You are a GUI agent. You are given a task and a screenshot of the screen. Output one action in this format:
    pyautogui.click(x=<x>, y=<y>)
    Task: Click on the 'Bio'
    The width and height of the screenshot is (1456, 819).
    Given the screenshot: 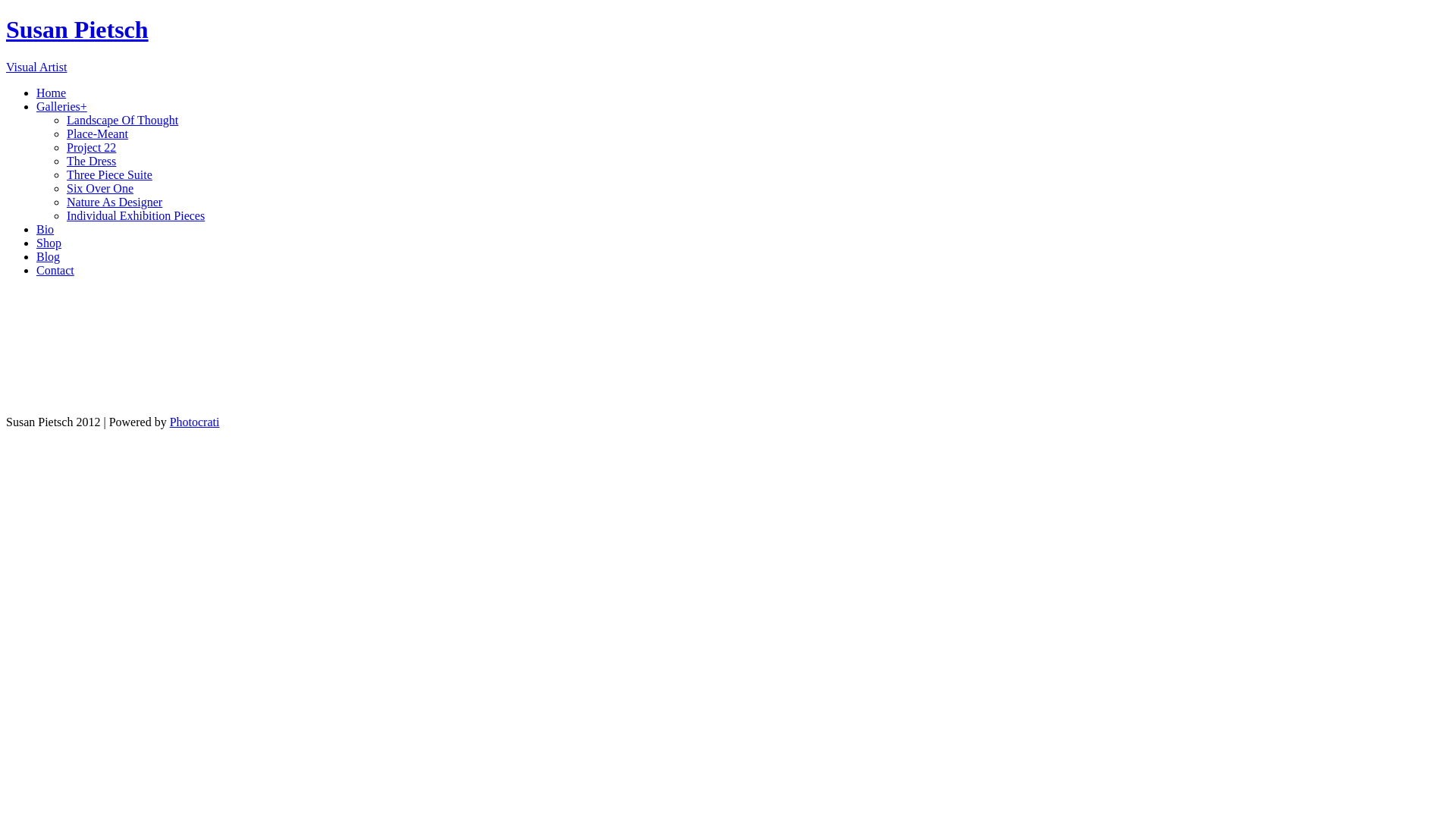 What is the action you would take?
    pyautogui.click(x=45, y=229)
    